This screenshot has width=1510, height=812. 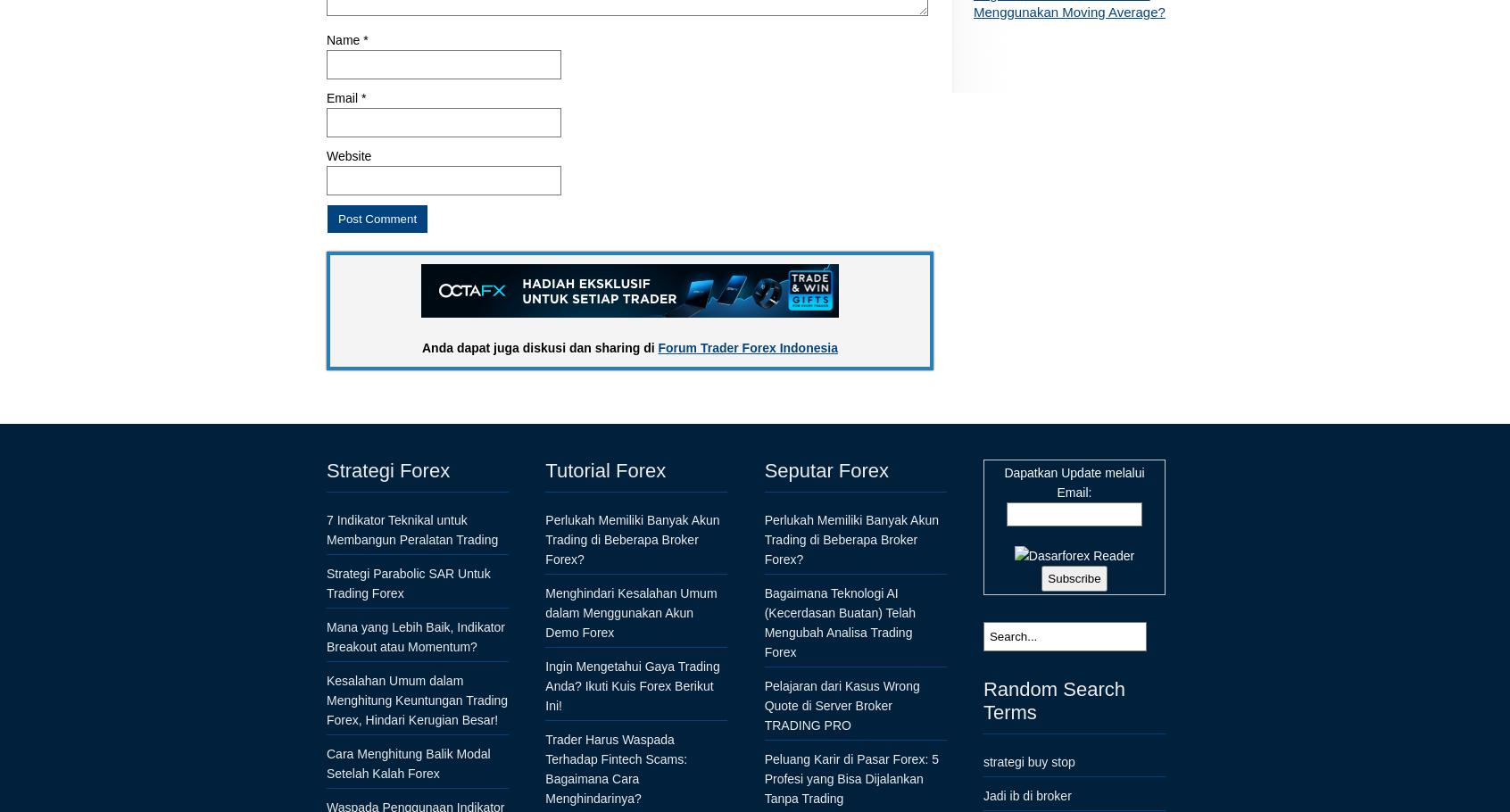 What do you see at coordinates (343, 97) in the screenshot?
I see `'Email'` at bounding box center [343, 97].